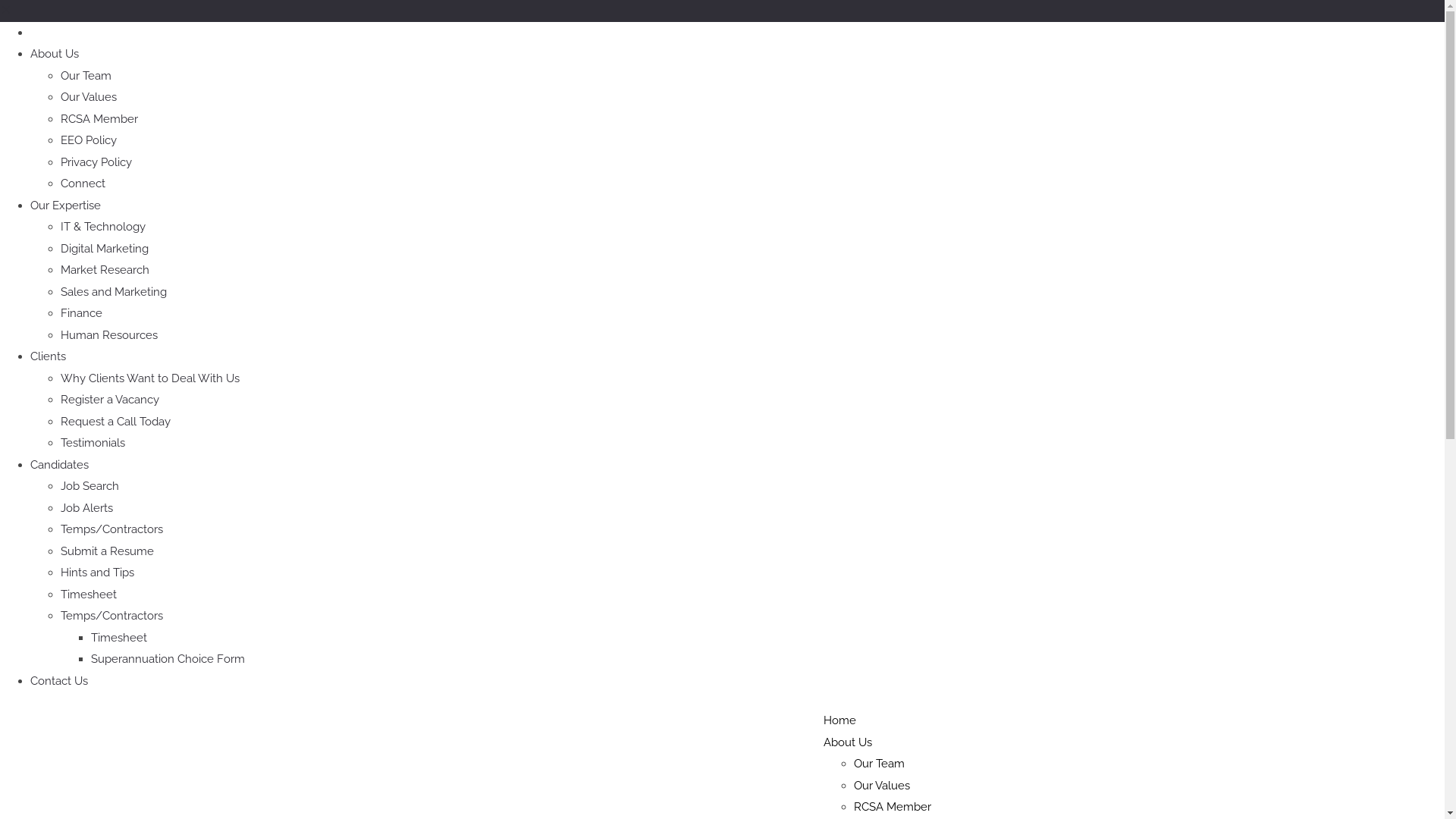  Describe the element at coordinates (839, 719) in the screenshot. I see `'Home'` at that location.